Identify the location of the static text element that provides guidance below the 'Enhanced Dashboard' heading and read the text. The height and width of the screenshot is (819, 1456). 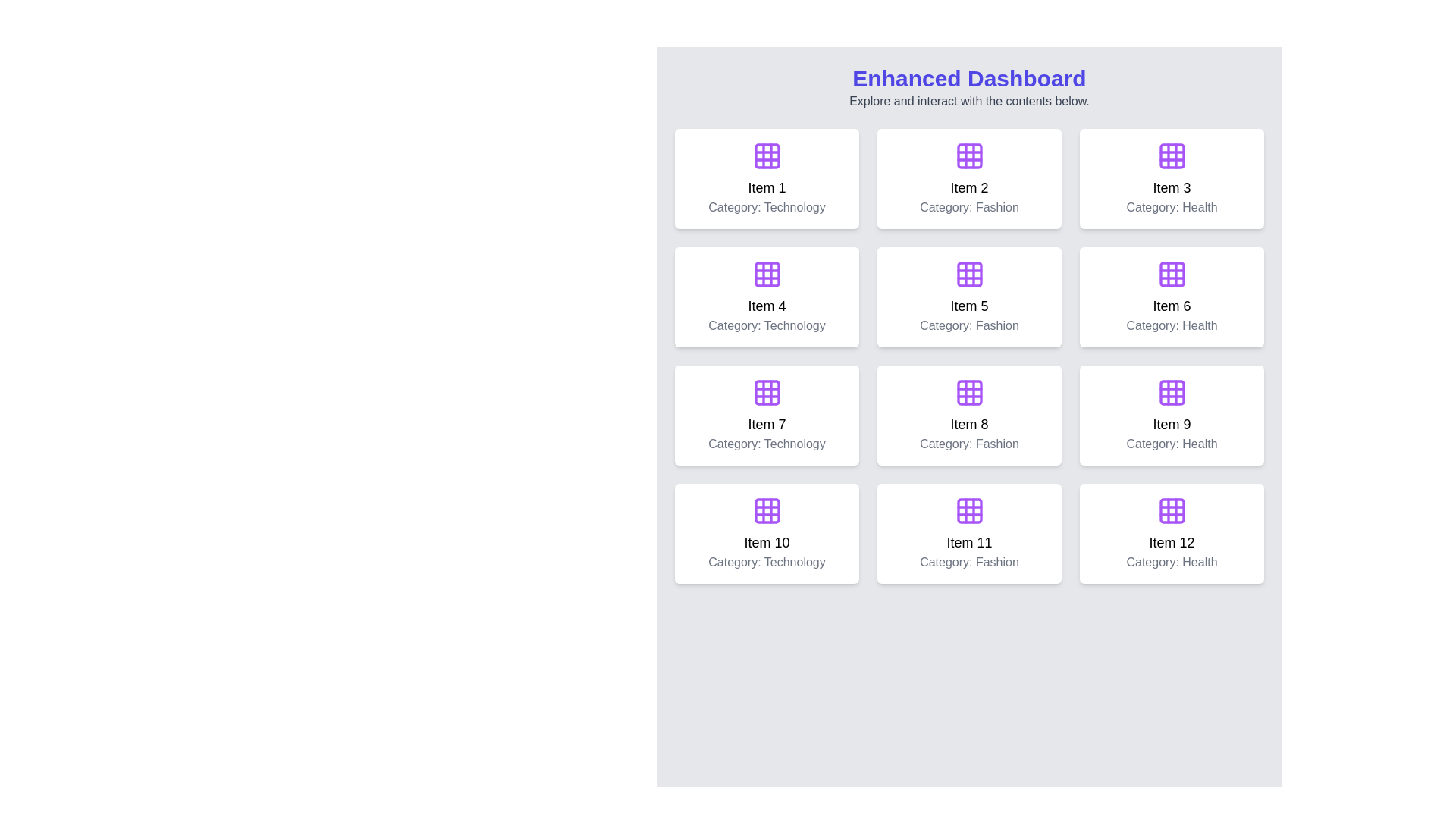
(968, 102).